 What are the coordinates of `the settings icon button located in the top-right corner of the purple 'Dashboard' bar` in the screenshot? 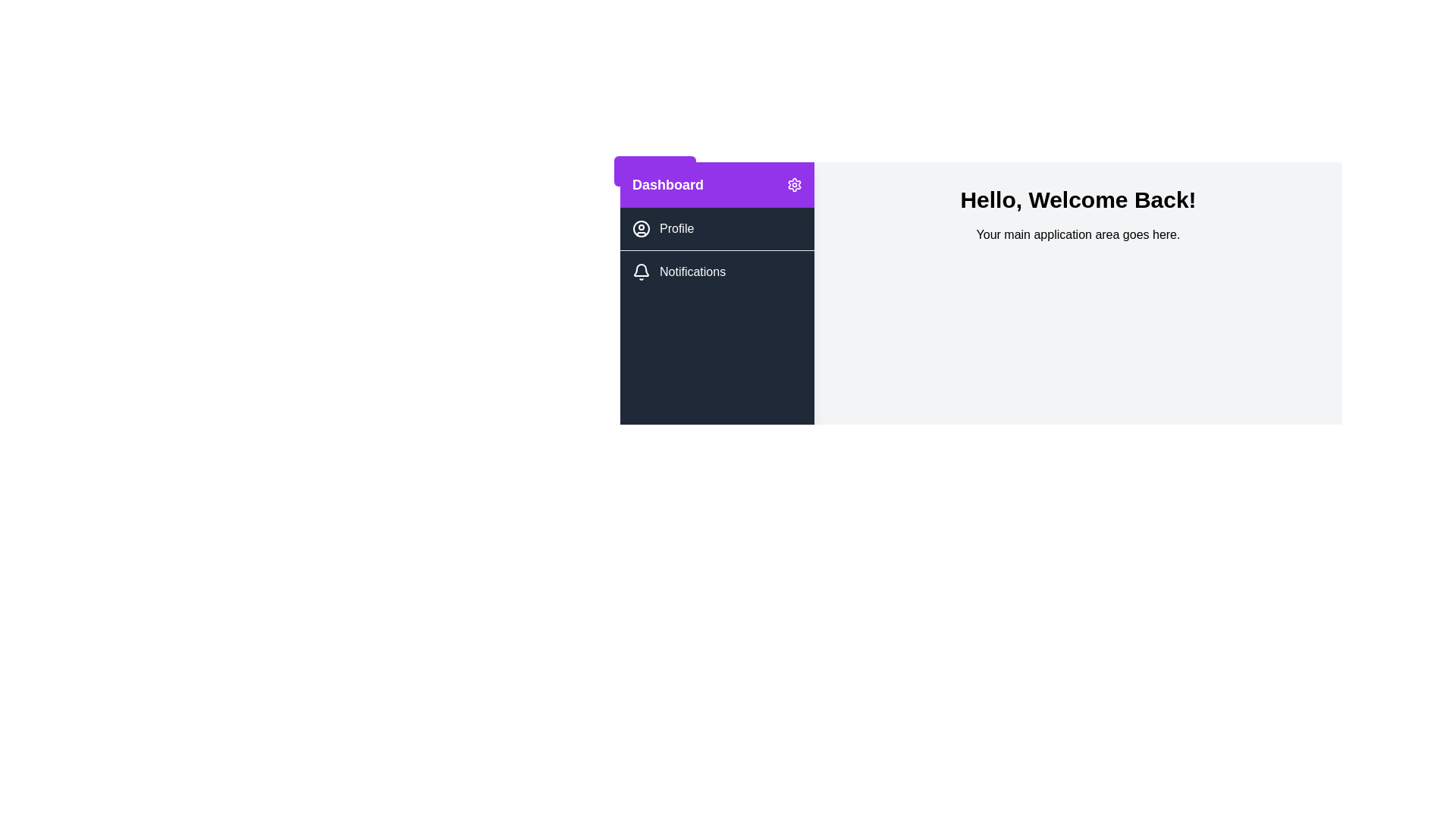 It's located at (793, 184).